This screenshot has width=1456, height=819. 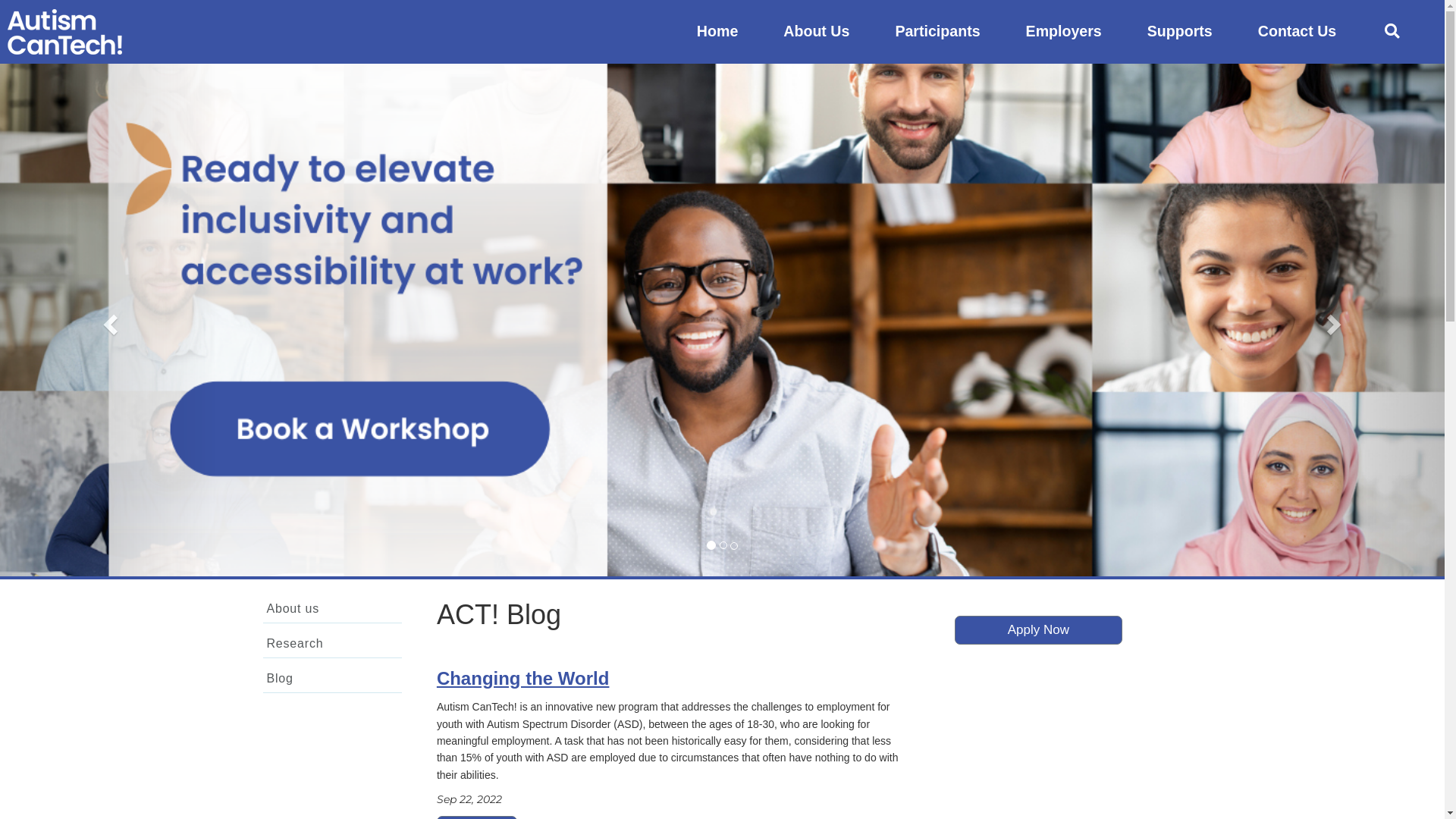 I want to click on 'Employers', so click(x=1003, y=32).